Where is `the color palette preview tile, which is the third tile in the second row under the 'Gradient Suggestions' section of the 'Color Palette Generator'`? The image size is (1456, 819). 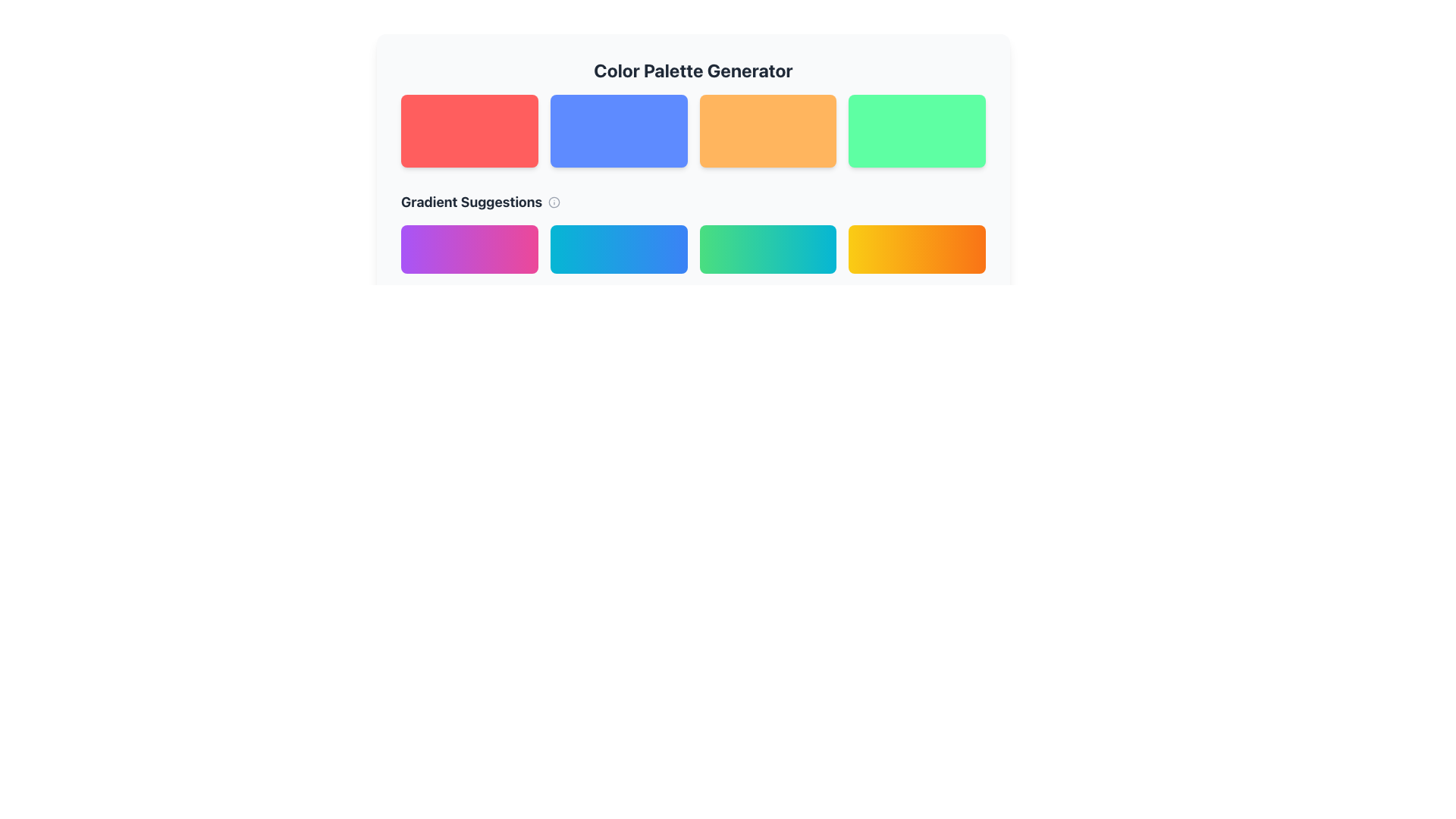
the color palette preview tile, which is the third tile in the second row under the 'Gradient Suggestions' section of the 'Color Palette Generator' is located at coordinates (692, 227).